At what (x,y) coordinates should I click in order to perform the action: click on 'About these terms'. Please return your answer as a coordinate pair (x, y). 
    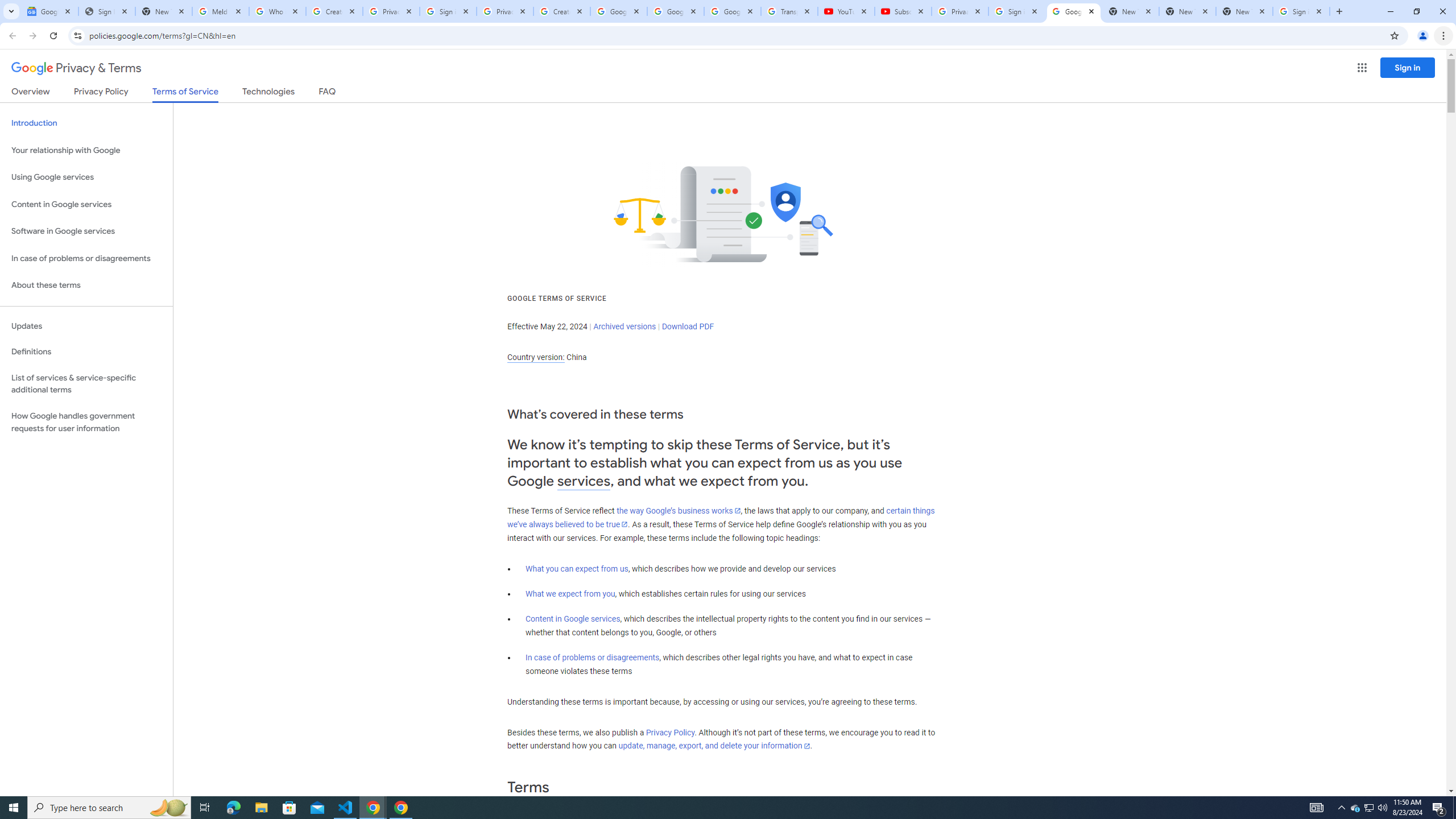
    Looking at the image, I should click on (86, 285).